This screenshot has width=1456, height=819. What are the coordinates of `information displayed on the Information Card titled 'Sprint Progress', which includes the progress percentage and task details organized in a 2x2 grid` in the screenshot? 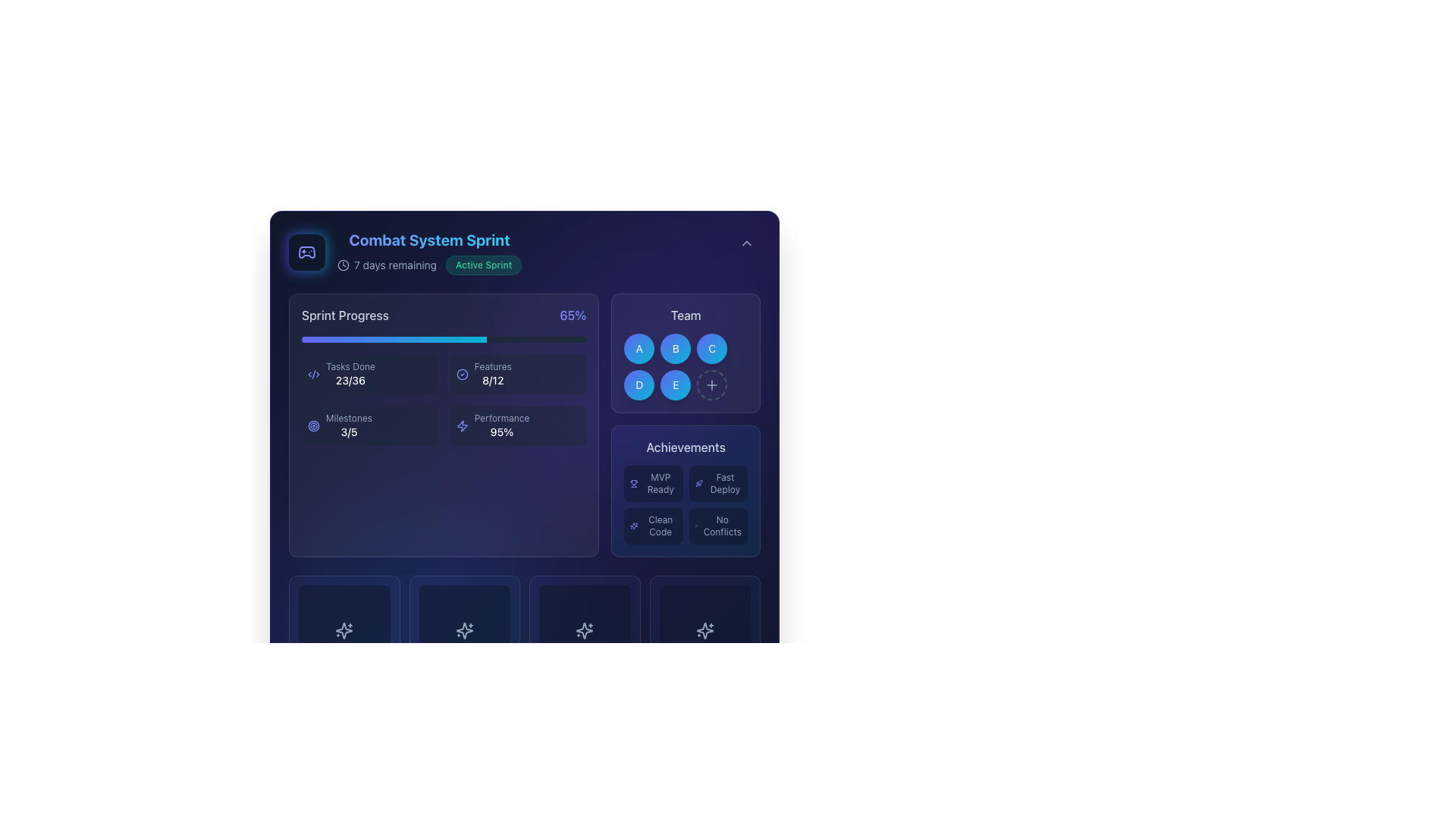 It's located at (443, 425).